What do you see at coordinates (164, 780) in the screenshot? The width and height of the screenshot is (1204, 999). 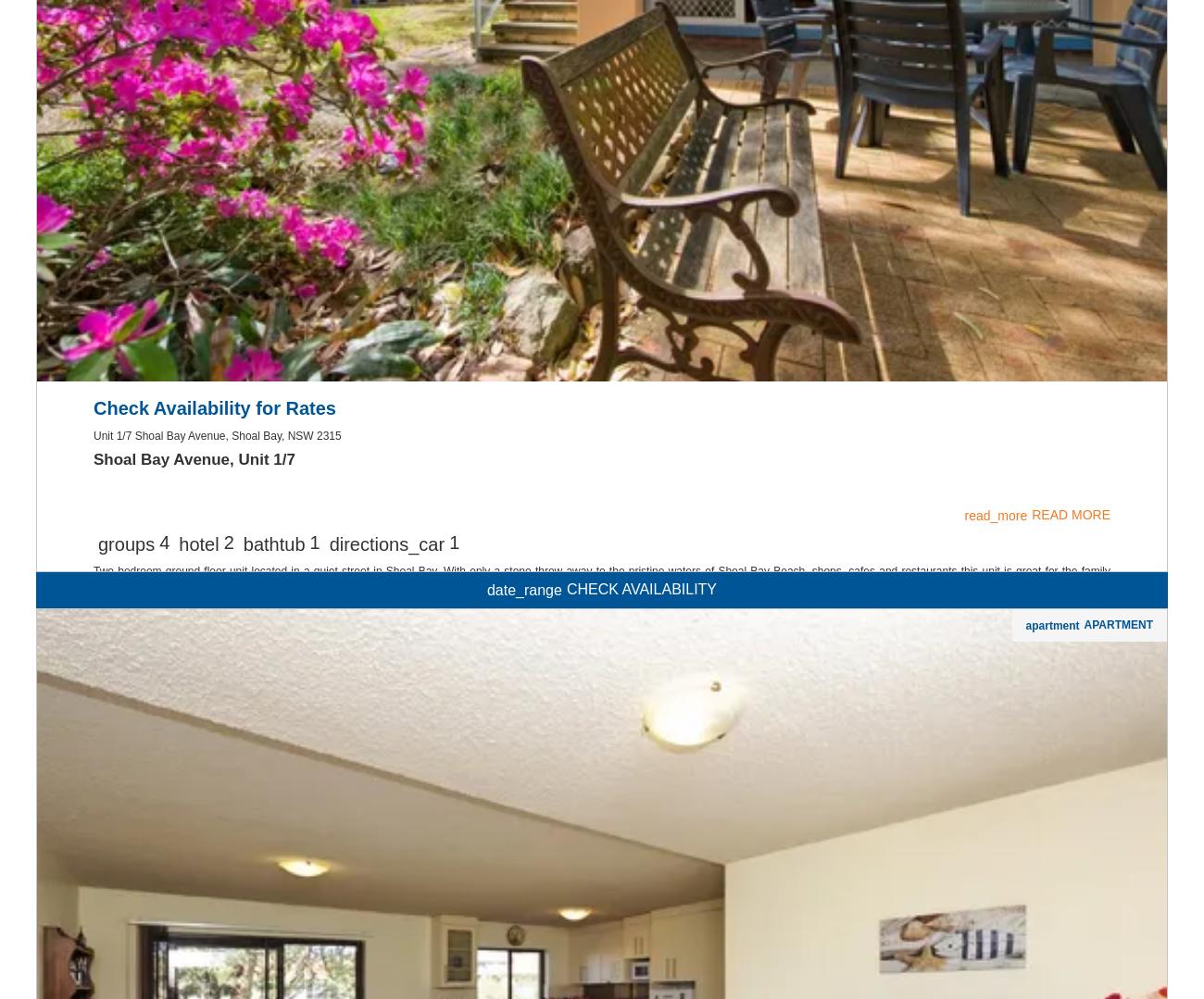 I see `'5'` at bounding box center [164, 780].